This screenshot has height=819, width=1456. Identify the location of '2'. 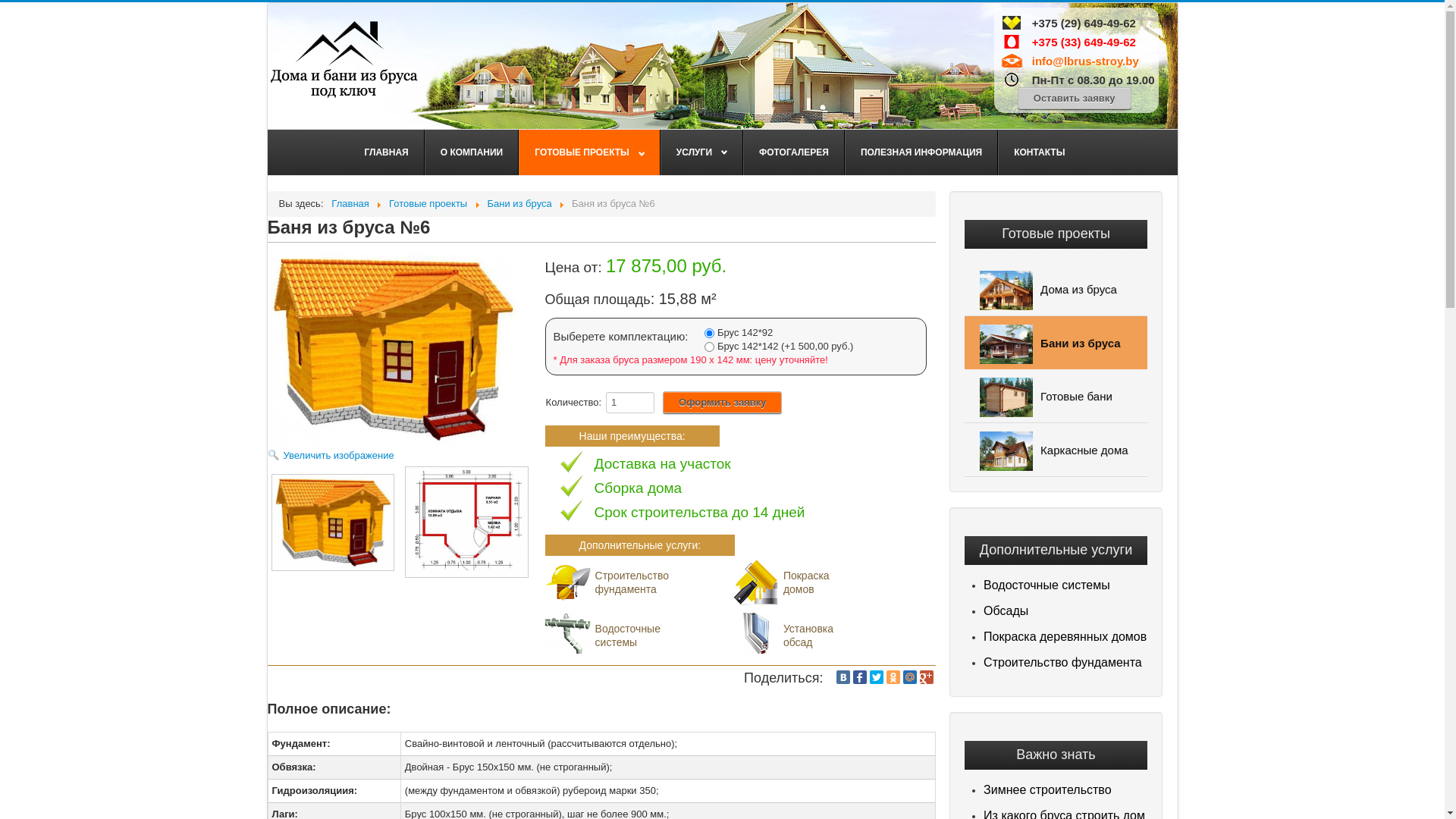
(708, 347).